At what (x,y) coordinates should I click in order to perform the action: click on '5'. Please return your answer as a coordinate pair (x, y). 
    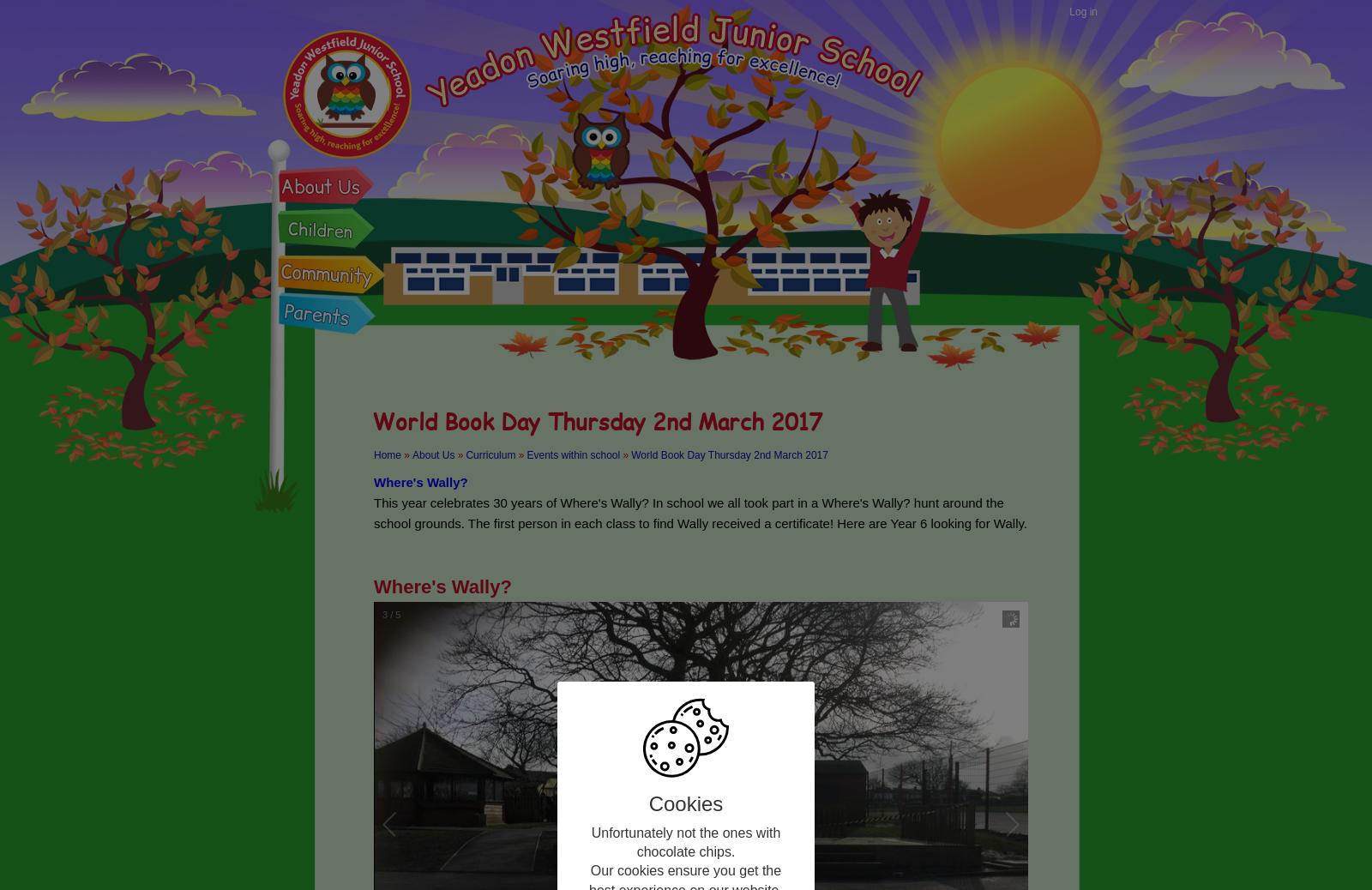
    Looking at the image, I should click on (396, 614).